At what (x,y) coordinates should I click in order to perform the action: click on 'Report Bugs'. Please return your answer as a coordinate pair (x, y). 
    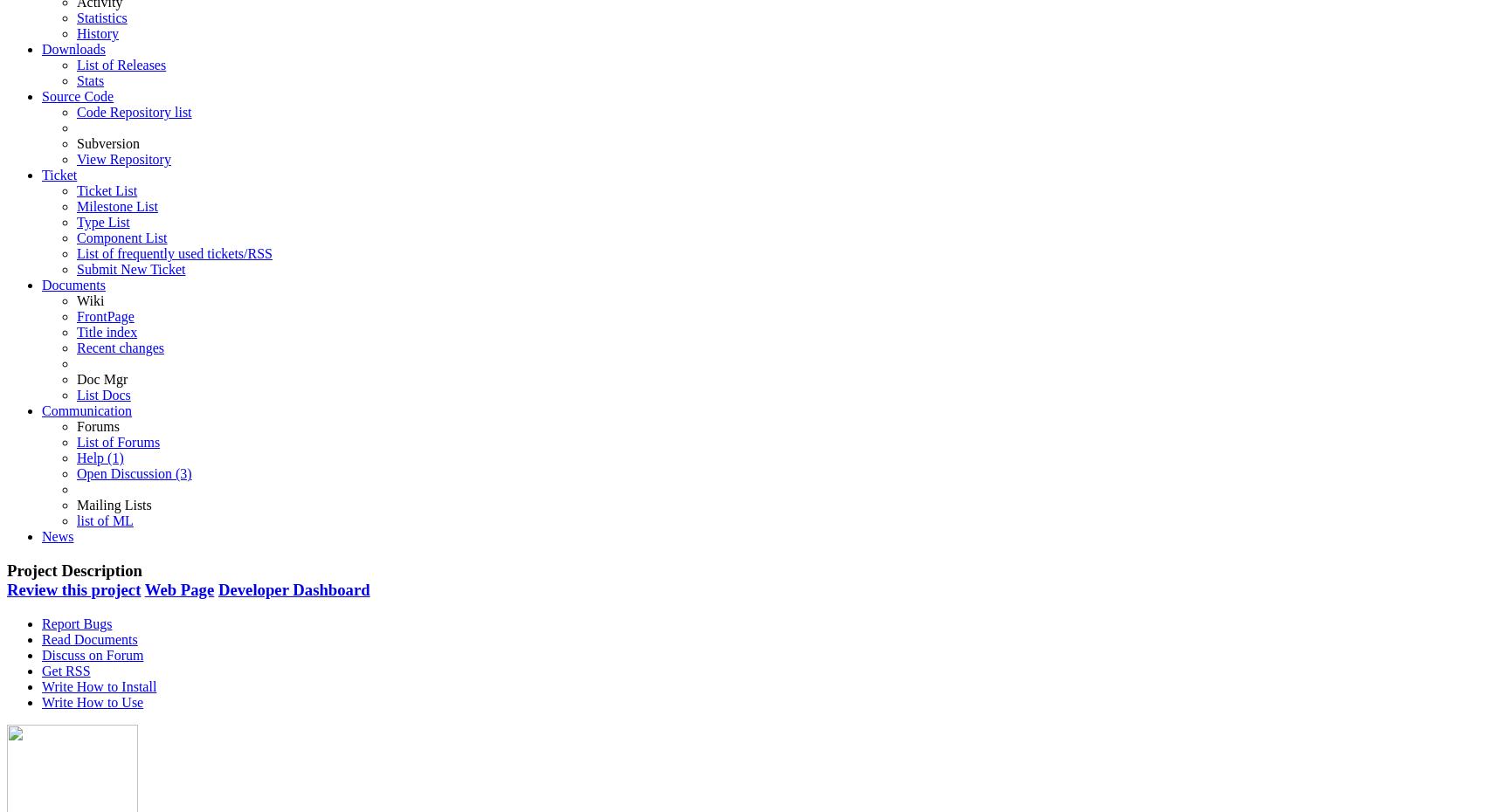
    Looking at the image, I should click on (77, 623).